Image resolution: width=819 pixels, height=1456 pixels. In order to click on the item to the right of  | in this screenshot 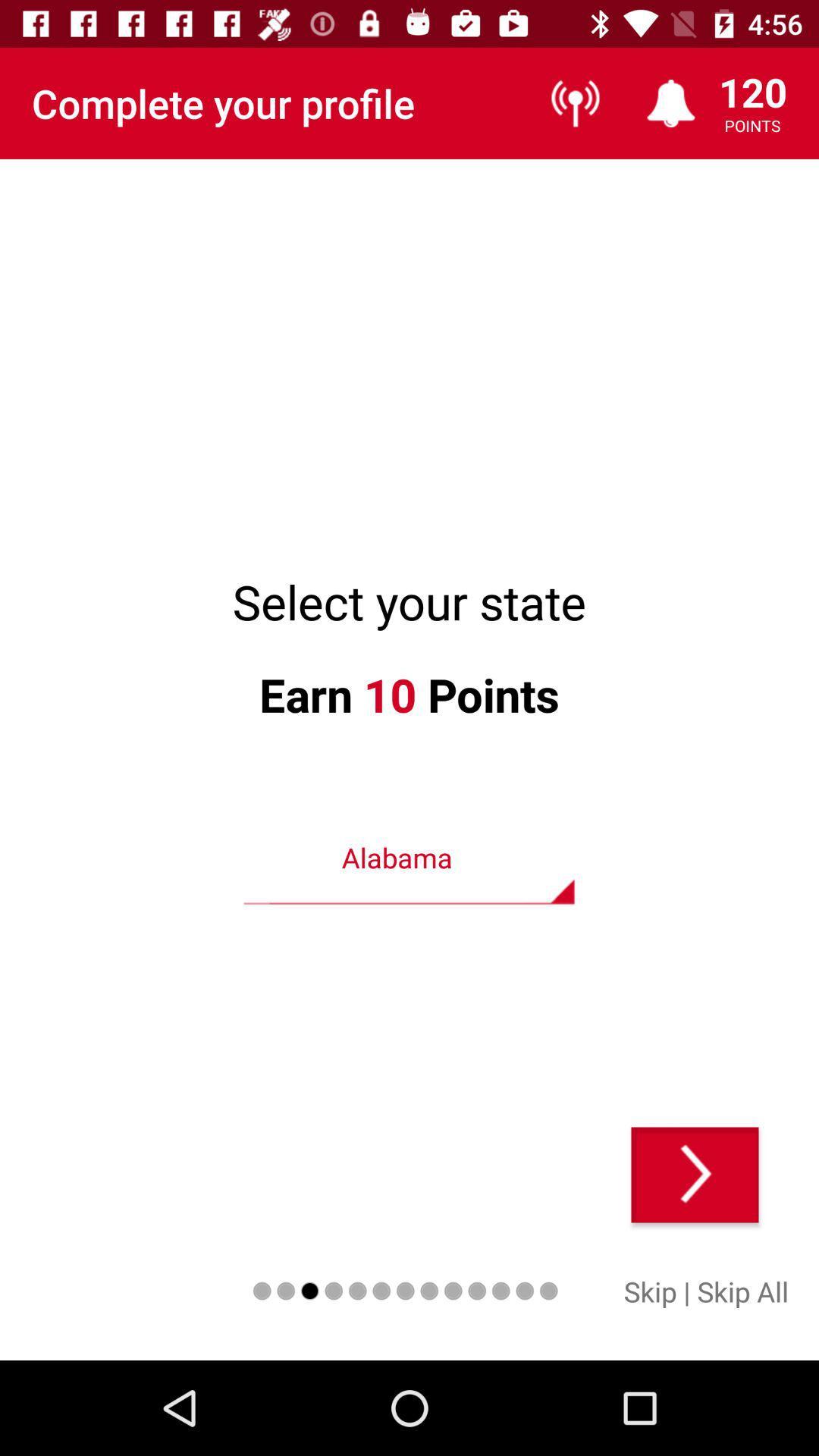, I will do `click(742, 1291)`.